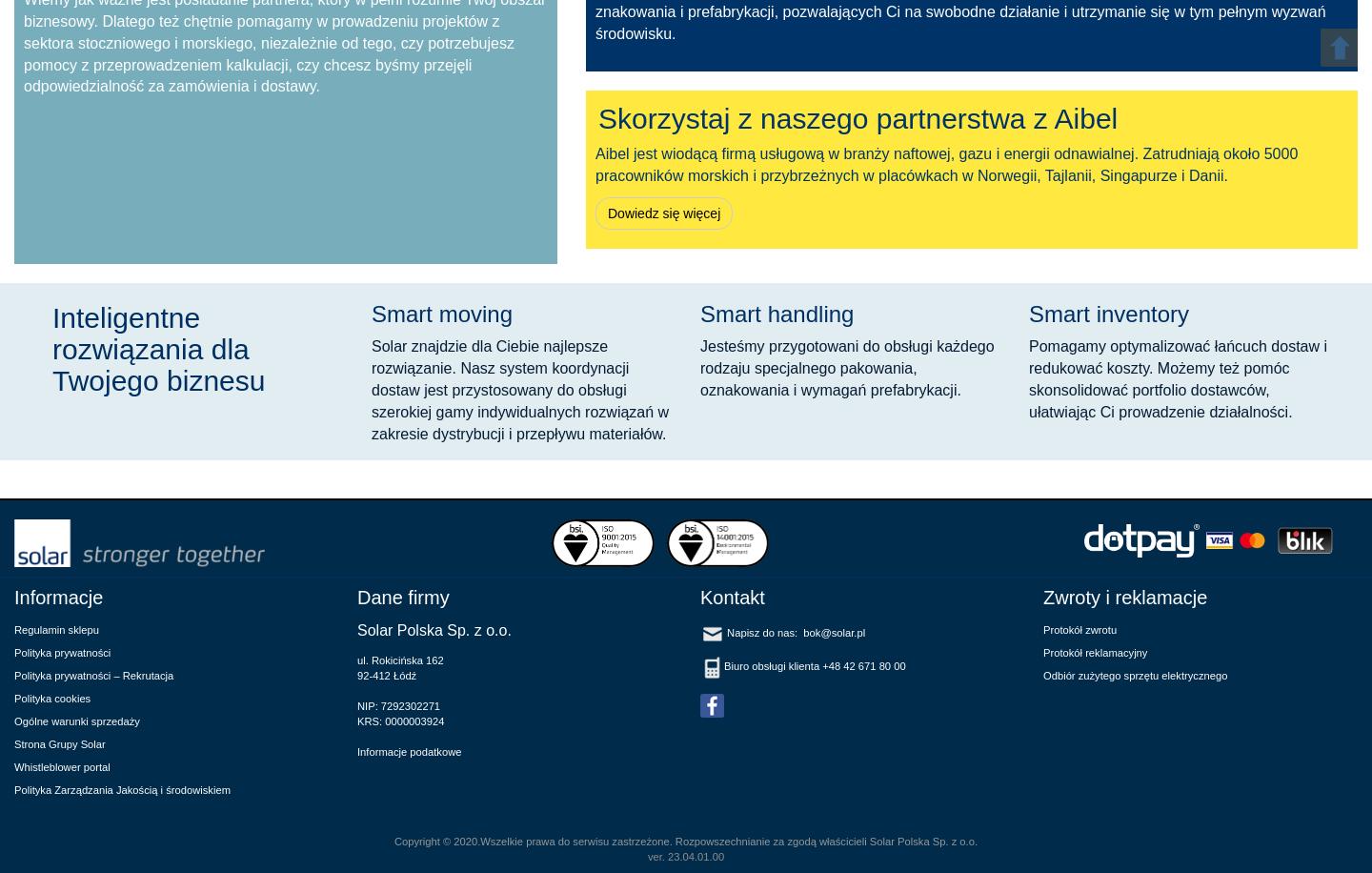 The image size is (1372, 873). I want to click on 'KRS: 0000003924', so click(355, 720).